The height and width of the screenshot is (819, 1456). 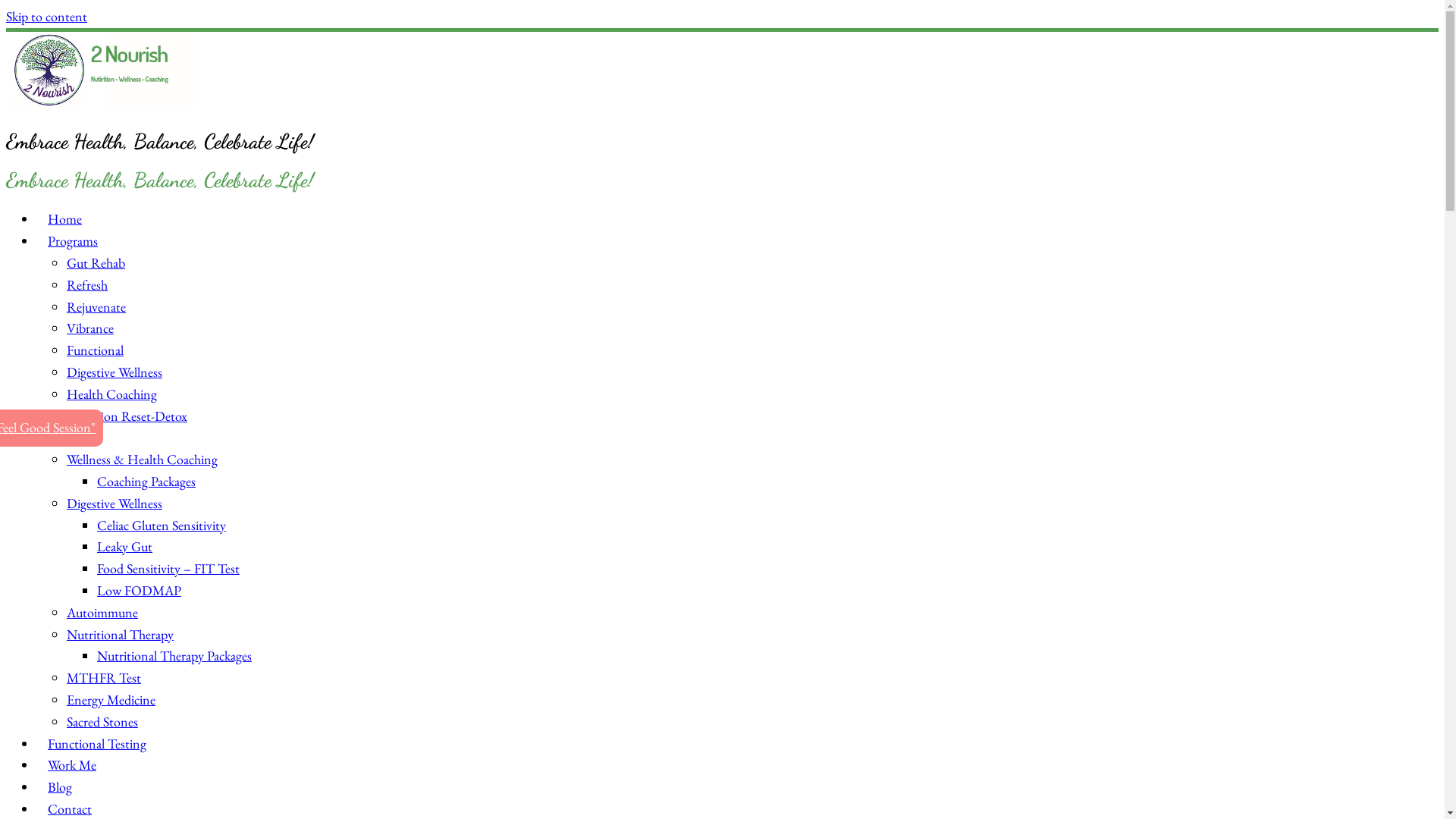 I want to click on 'Digestive Wellness', so click(x=113, y=503).